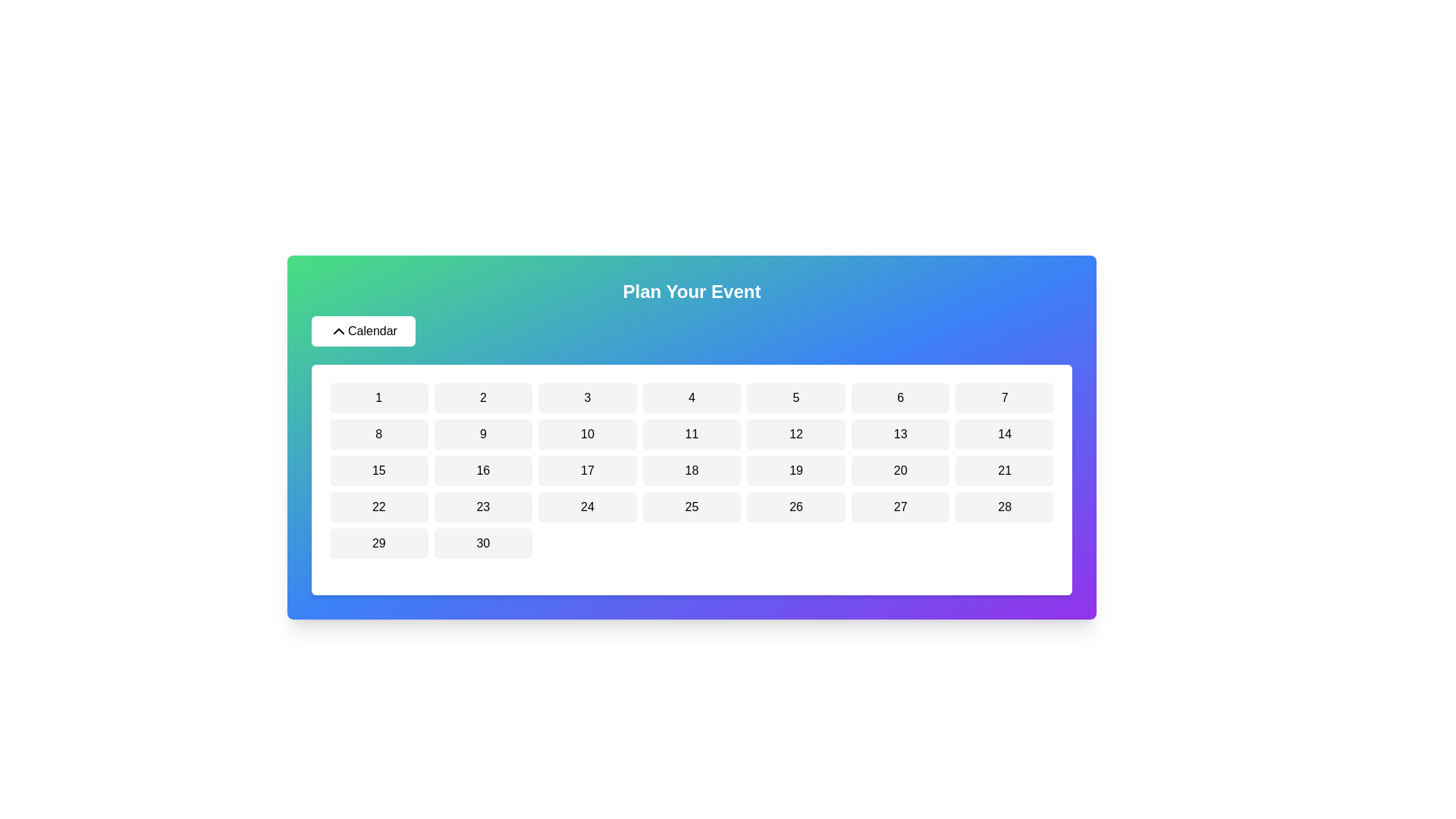 The width and height of the screenshot is (1456, 819). Describe the element at coordinates (482, 397) in the screenshot. I see `the '2' button, which is the second button in a grid layout` at that location.